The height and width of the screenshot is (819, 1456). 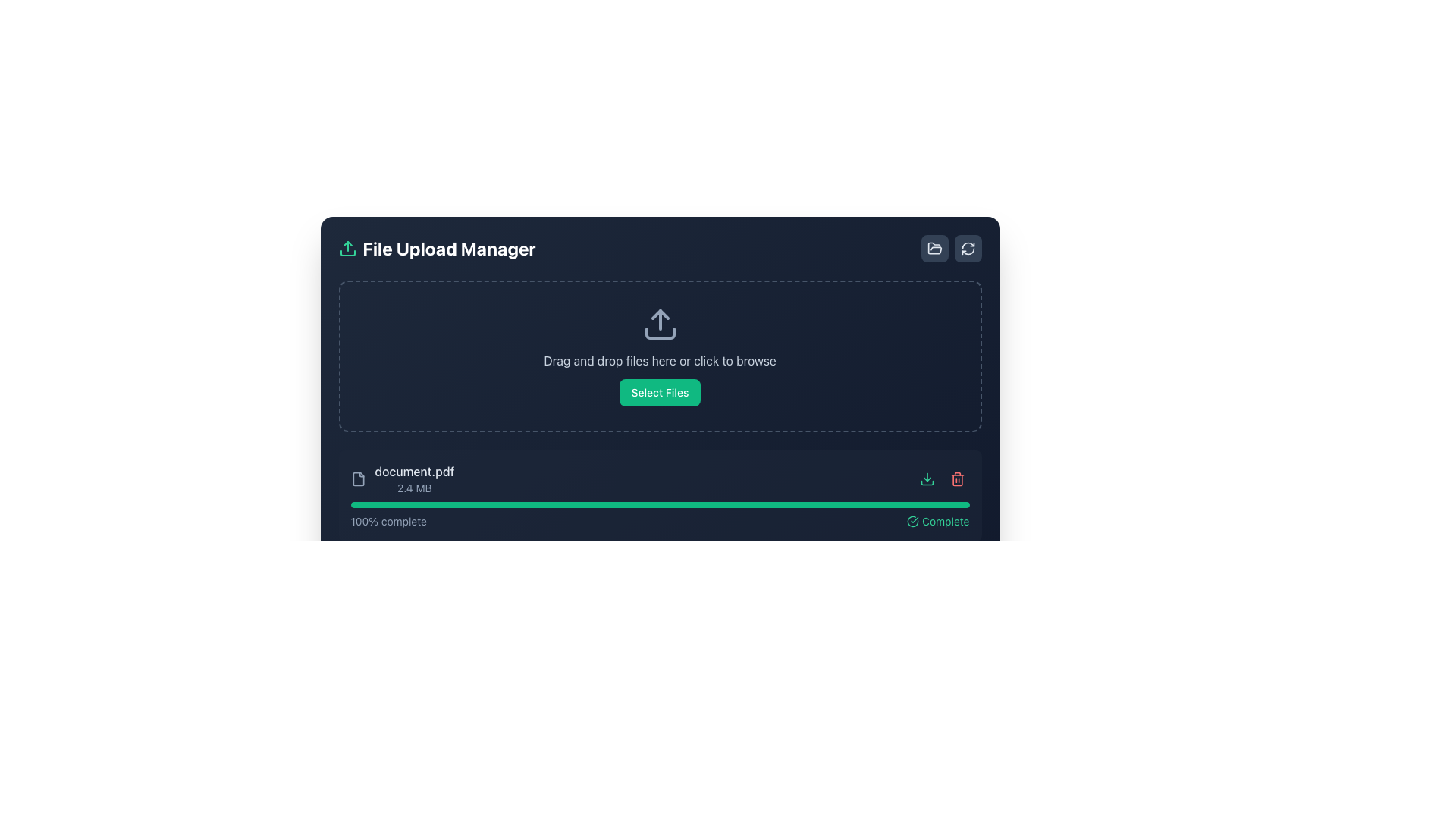 What do you see at coordinates (950, 247) in the screenshot?
I see `the folder button in the Horizontal Button Group located in the top-right corner of the interface, adjacent to the 'File Upload Manager' heading` at bounding box center [950, 247].